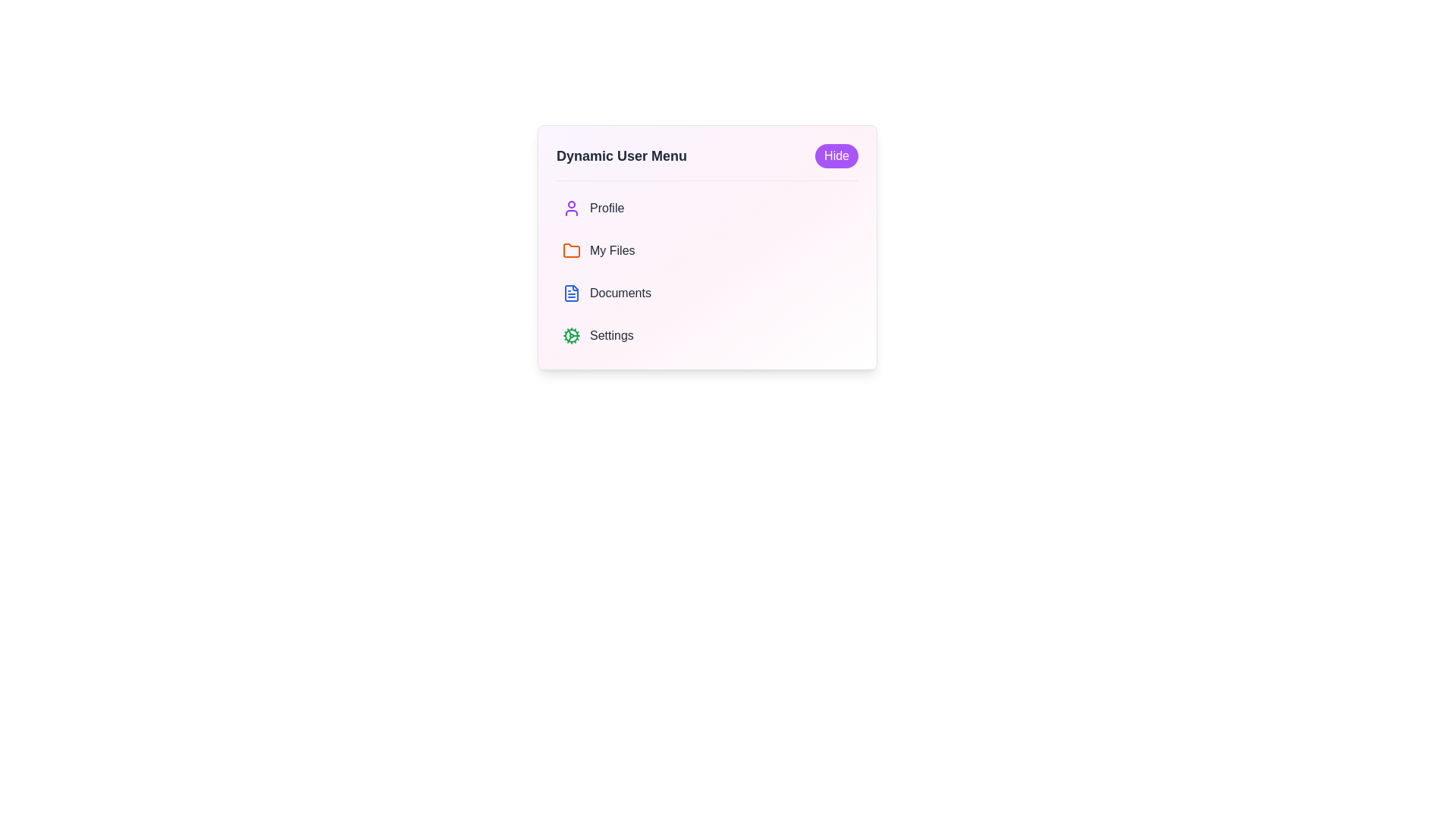  I want to click on the text label indicating settings, which is the last item in a vertically stacked menu below 'Documents', so click(611, 335).